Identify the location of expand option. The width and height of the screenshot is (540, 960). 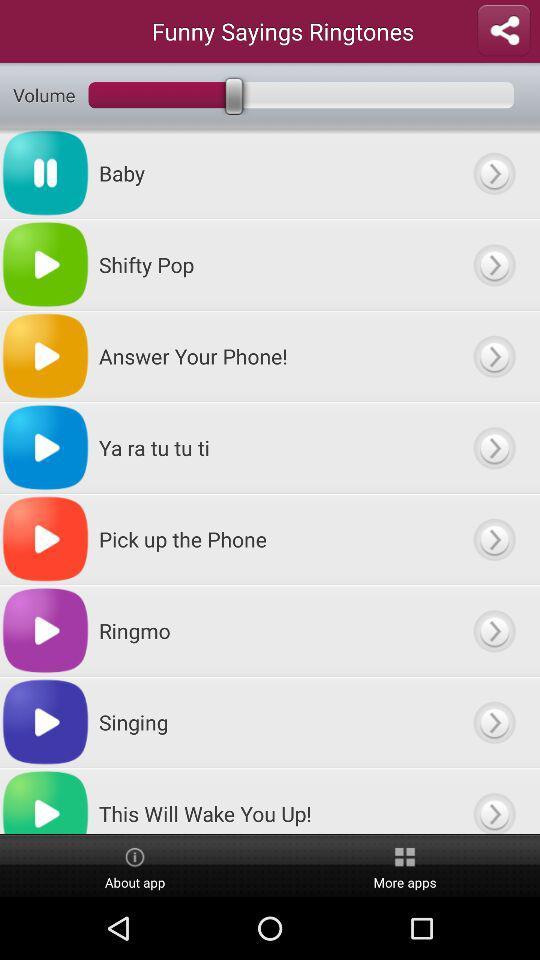
(493, 172).